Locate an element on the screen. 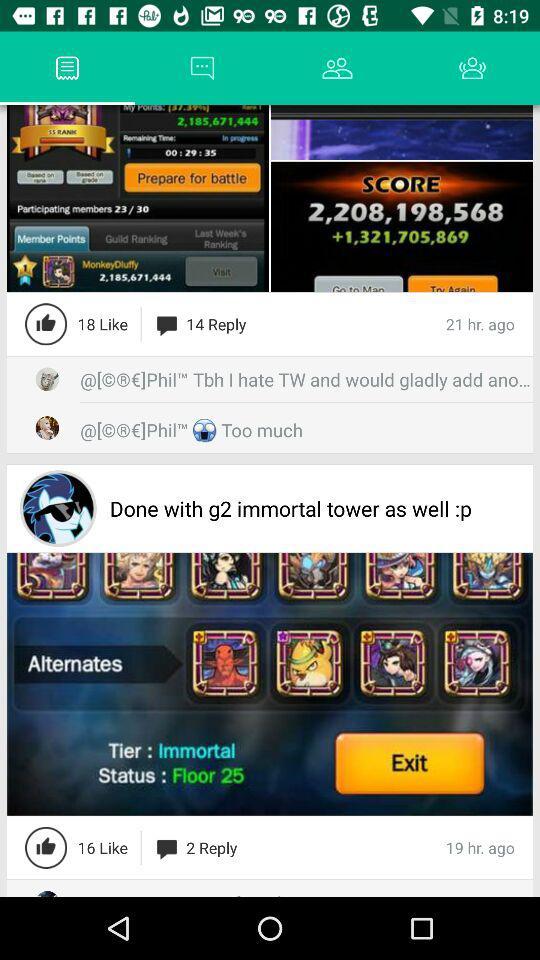  like post is located at coordinates (46, 846).